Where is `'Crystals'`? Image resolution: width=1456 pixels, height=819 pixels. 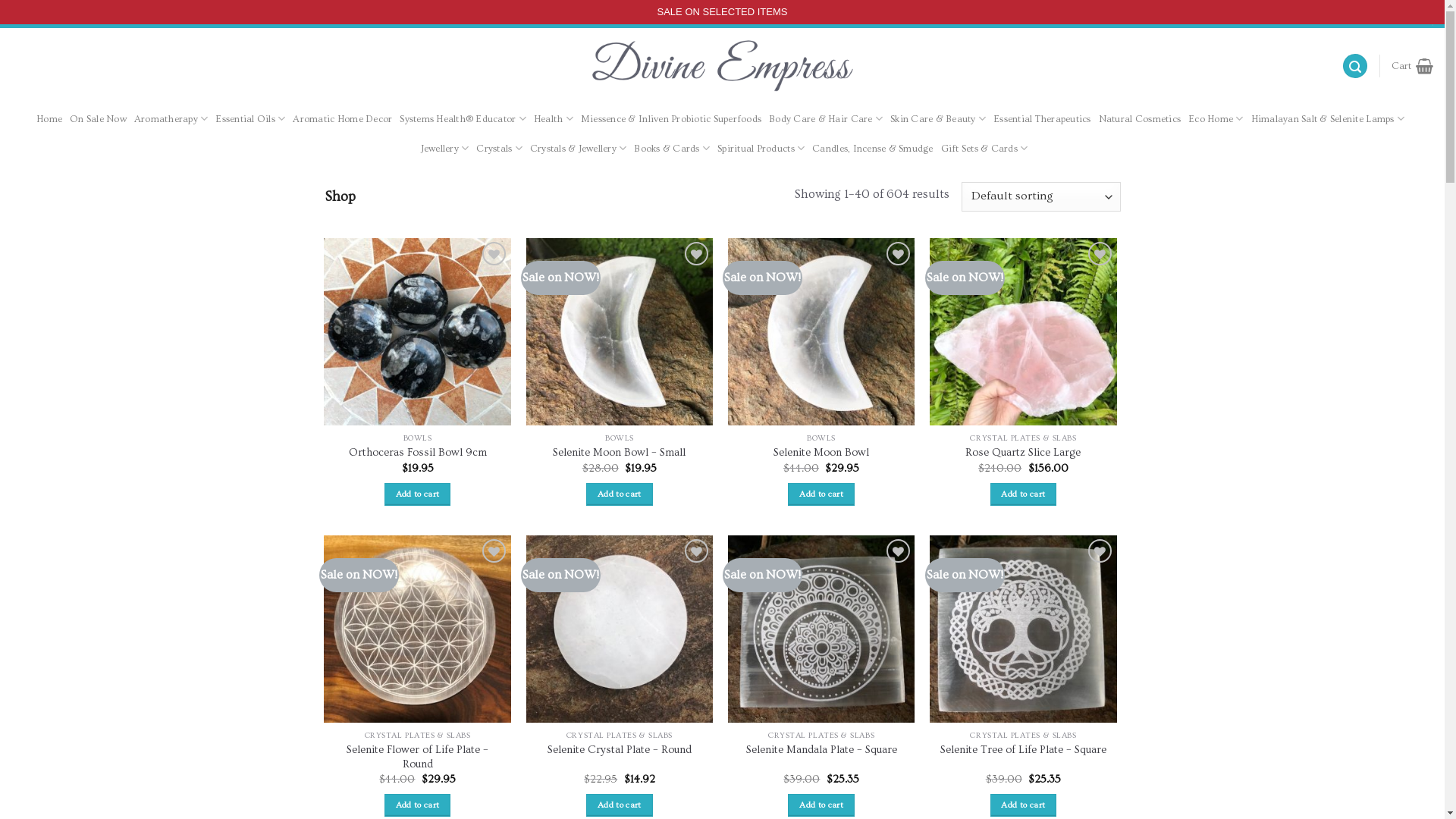
'Crystals' is located at coordinates (499, 148).